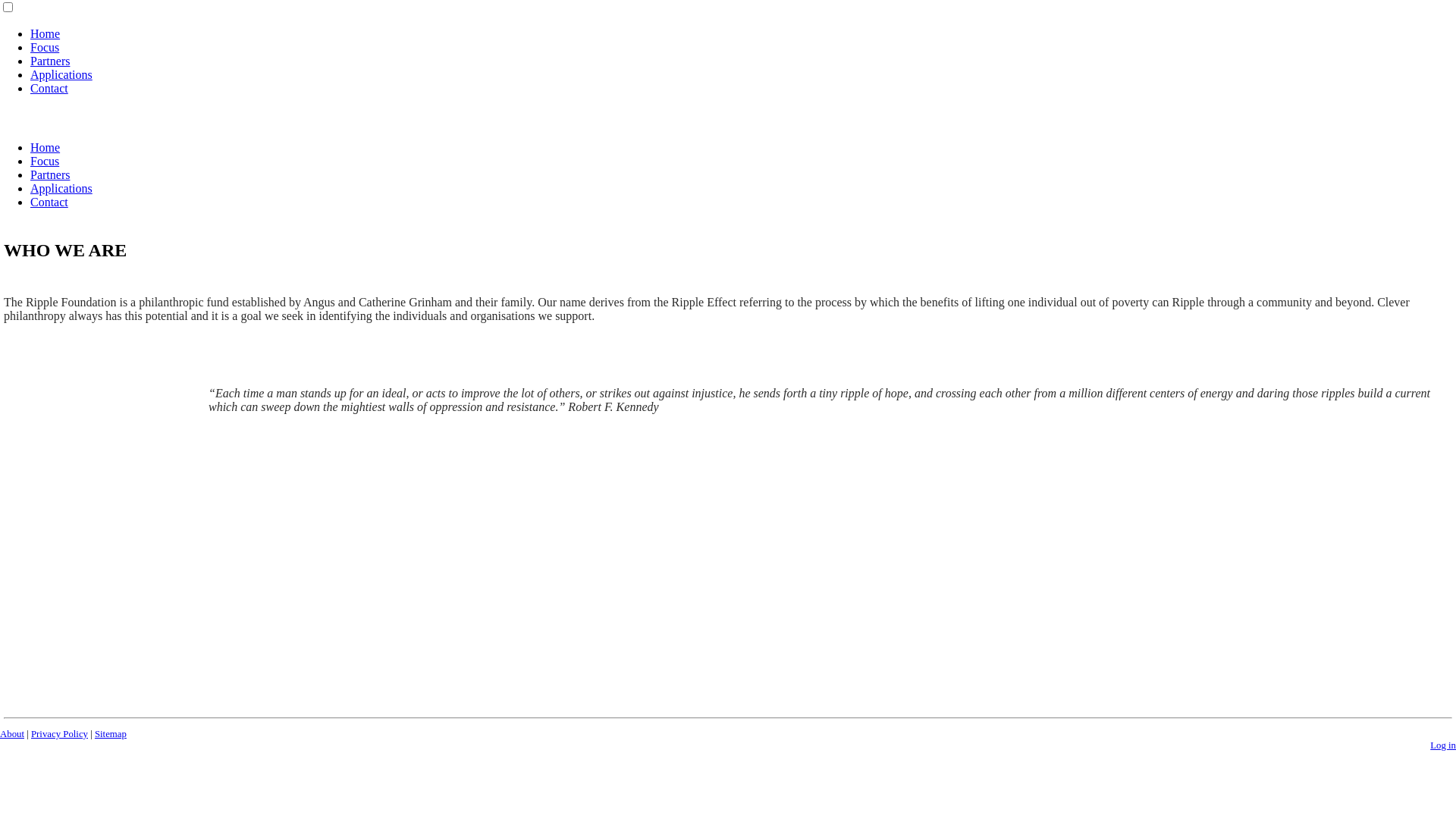 This screenshot has width=1456, height=819. I want to click on 'Sitemap', so click(93, 733).